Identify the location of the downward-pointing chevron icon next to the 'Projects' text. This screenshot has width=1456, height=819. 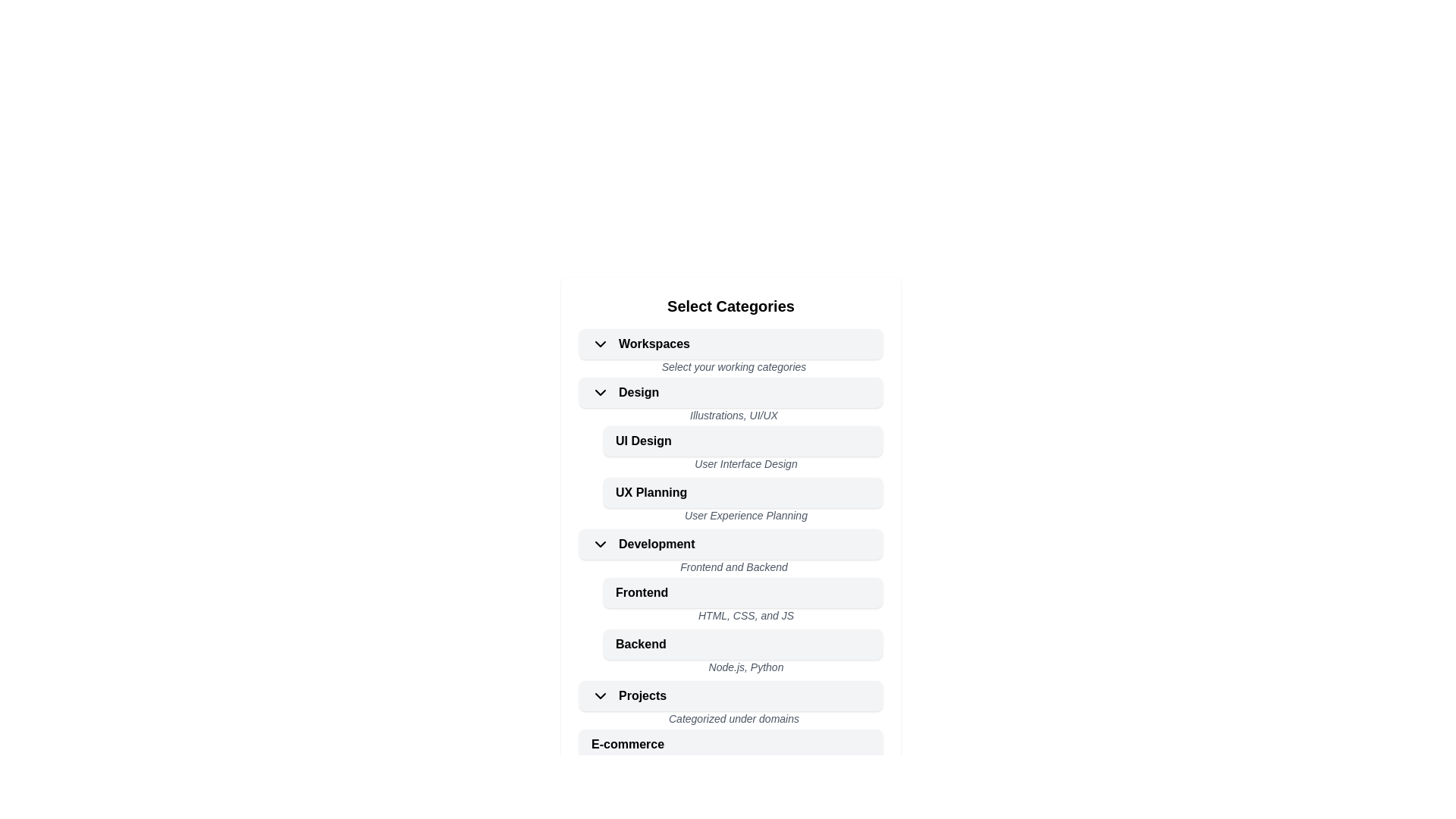
(604, 696).